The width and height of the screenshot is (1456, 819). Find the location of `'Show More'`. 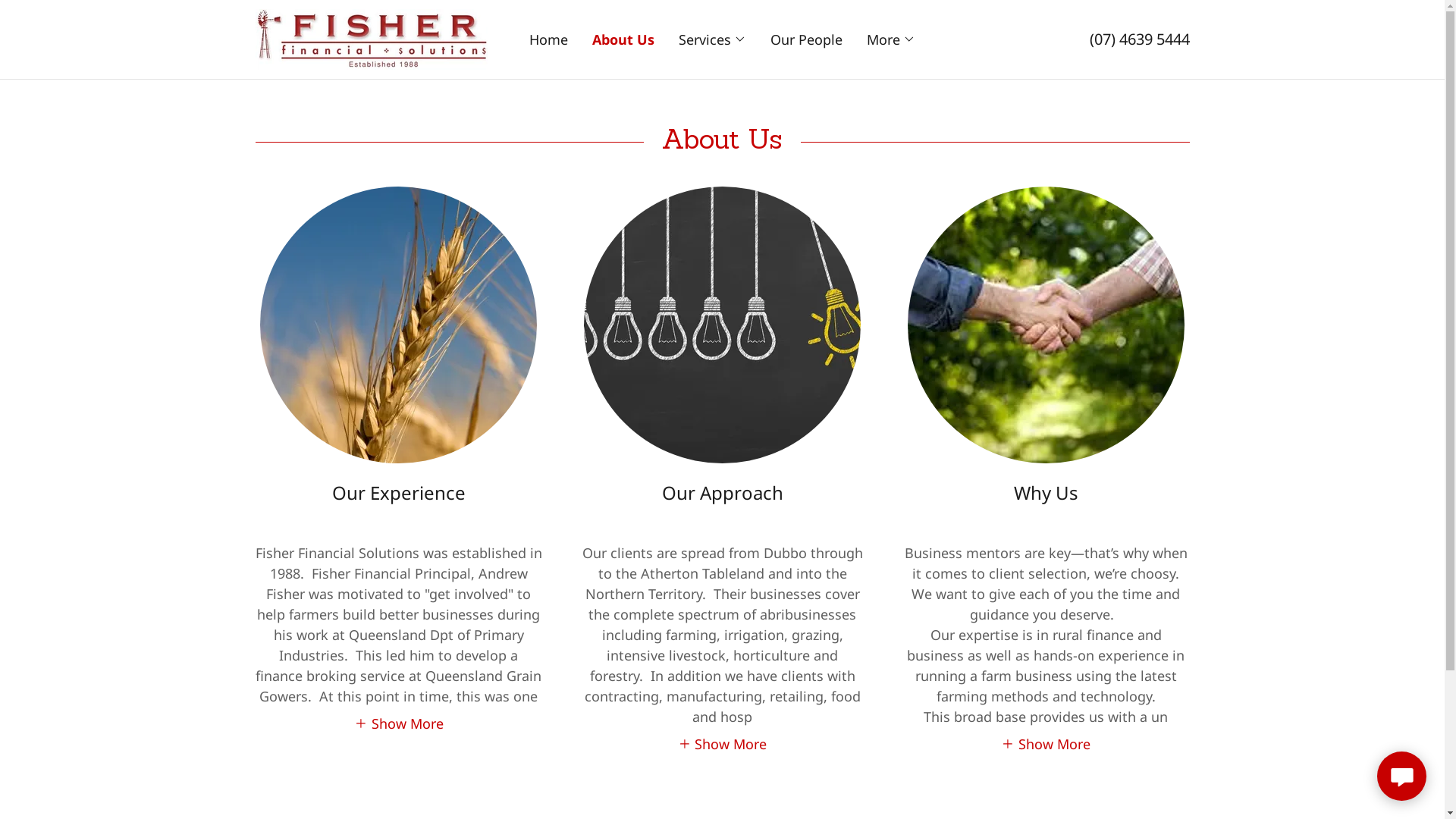

'Show More' is located at coordinates (353, 721).